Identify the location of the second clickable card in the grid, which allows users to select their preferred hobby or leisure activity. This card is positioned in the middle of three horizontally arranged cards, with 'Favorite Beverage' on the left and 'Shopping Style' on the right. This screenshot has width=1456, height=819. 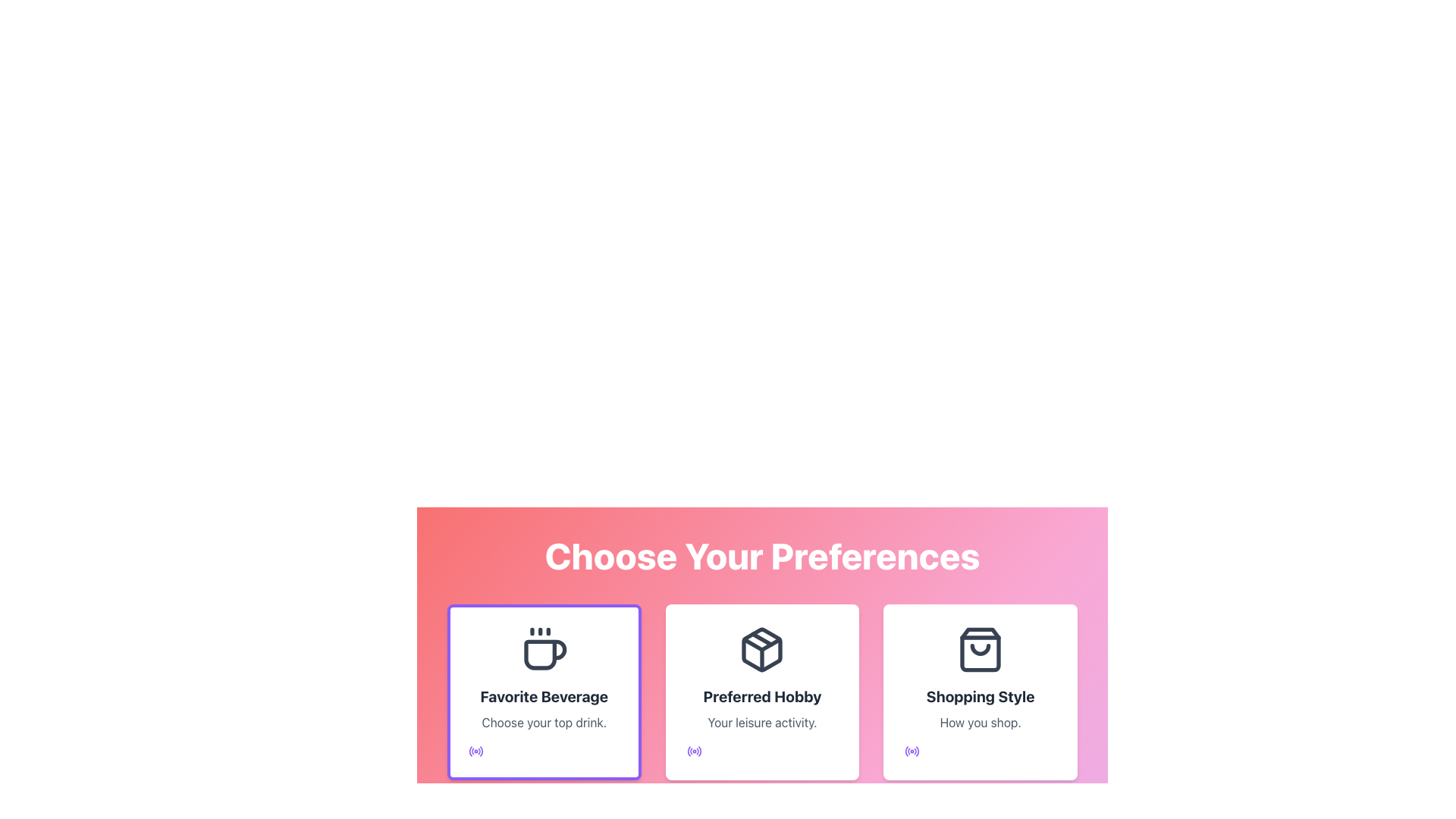
(762, 692).